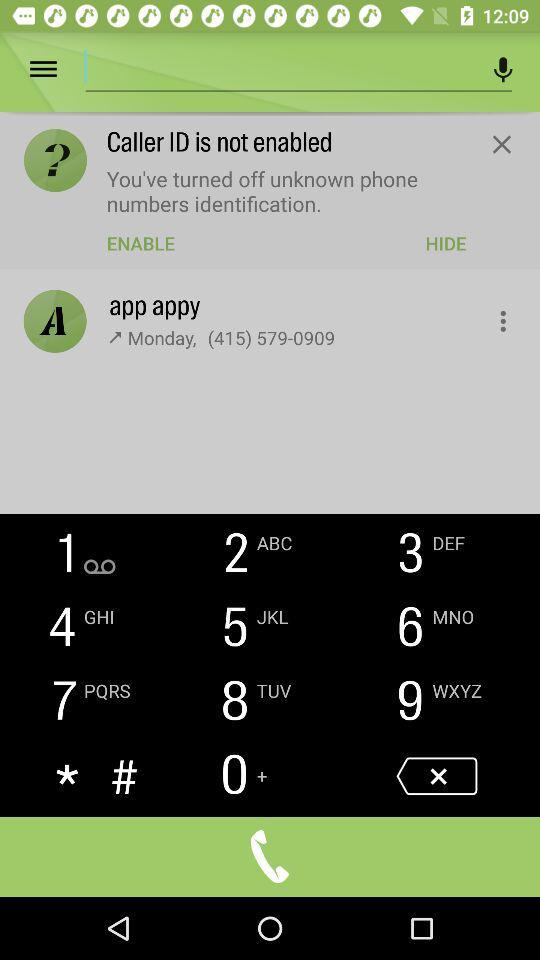 The width and height of the screenshot is (540, 960). Describe the element at coordinates (491, 316) in the screenshot. I see `show more options` at that location.